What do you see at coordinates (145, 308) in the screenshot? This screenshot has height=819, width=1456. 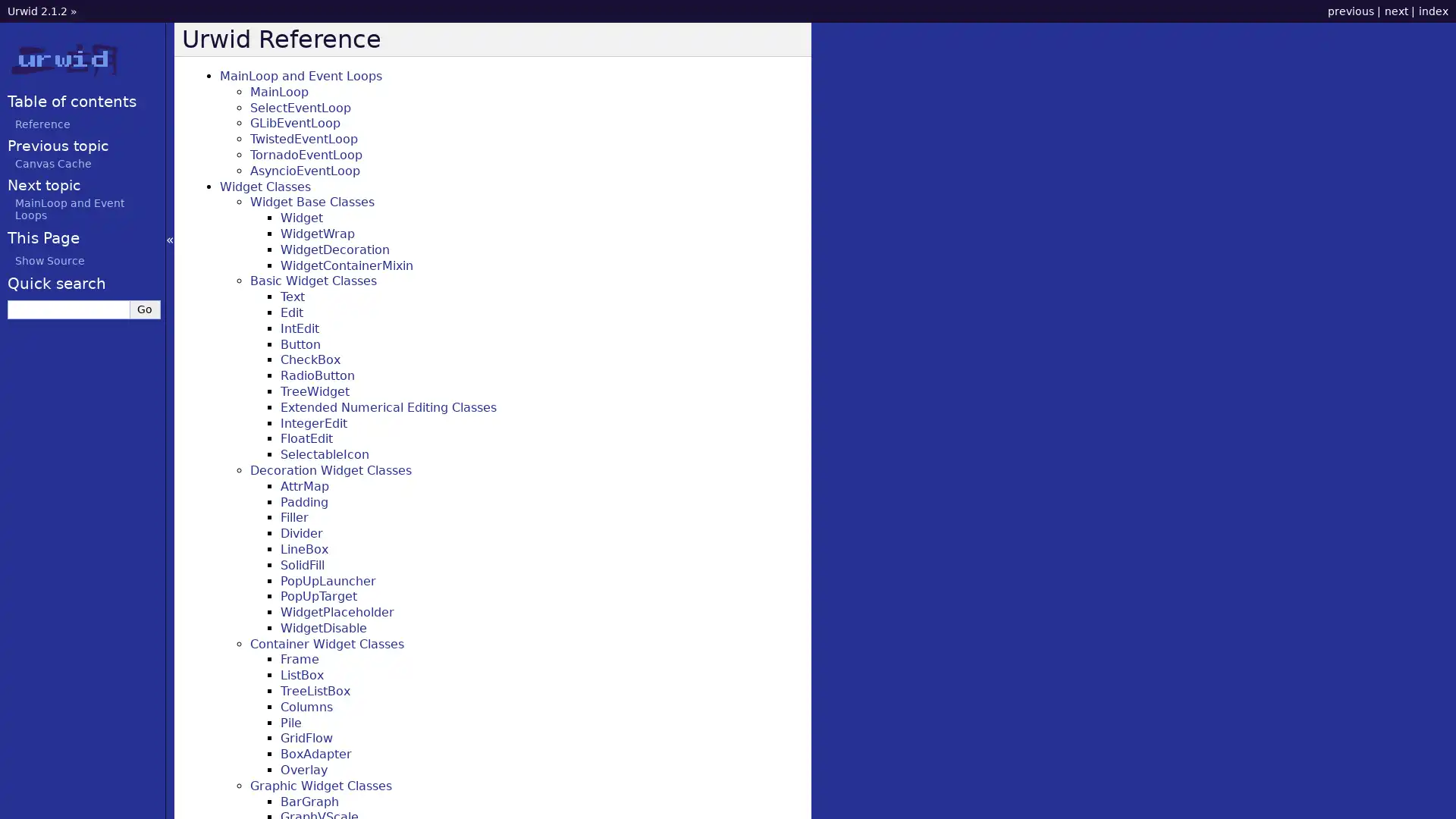 I see `Go` at bounding box center [145, 308].